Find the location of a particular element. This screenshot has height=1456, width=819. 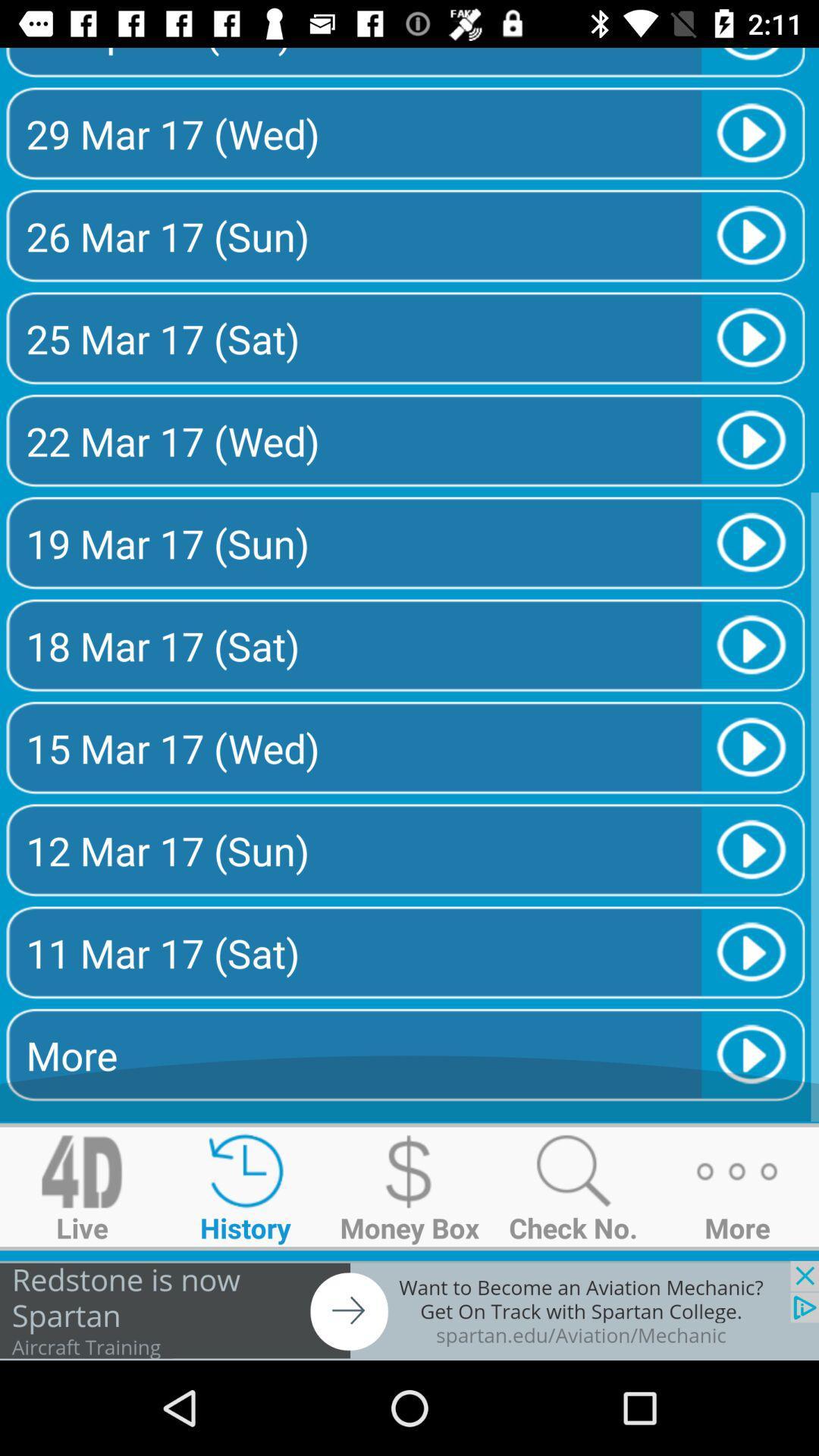

adverts is located at coordinates (409, 1310).